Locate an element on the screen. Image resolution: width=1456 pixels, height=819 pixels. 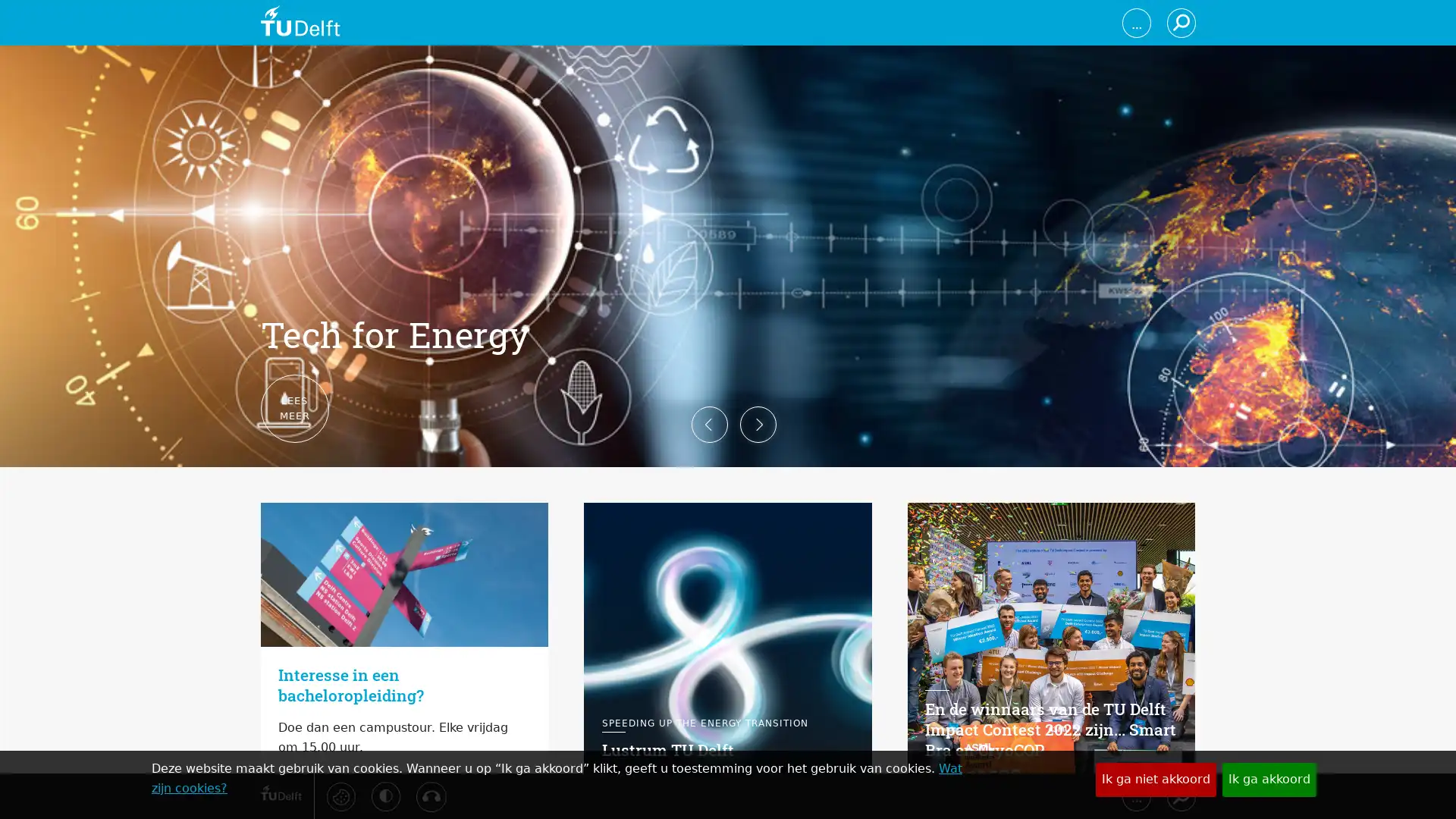
Activeer hoog contrast is located at coordinates (385, 795).